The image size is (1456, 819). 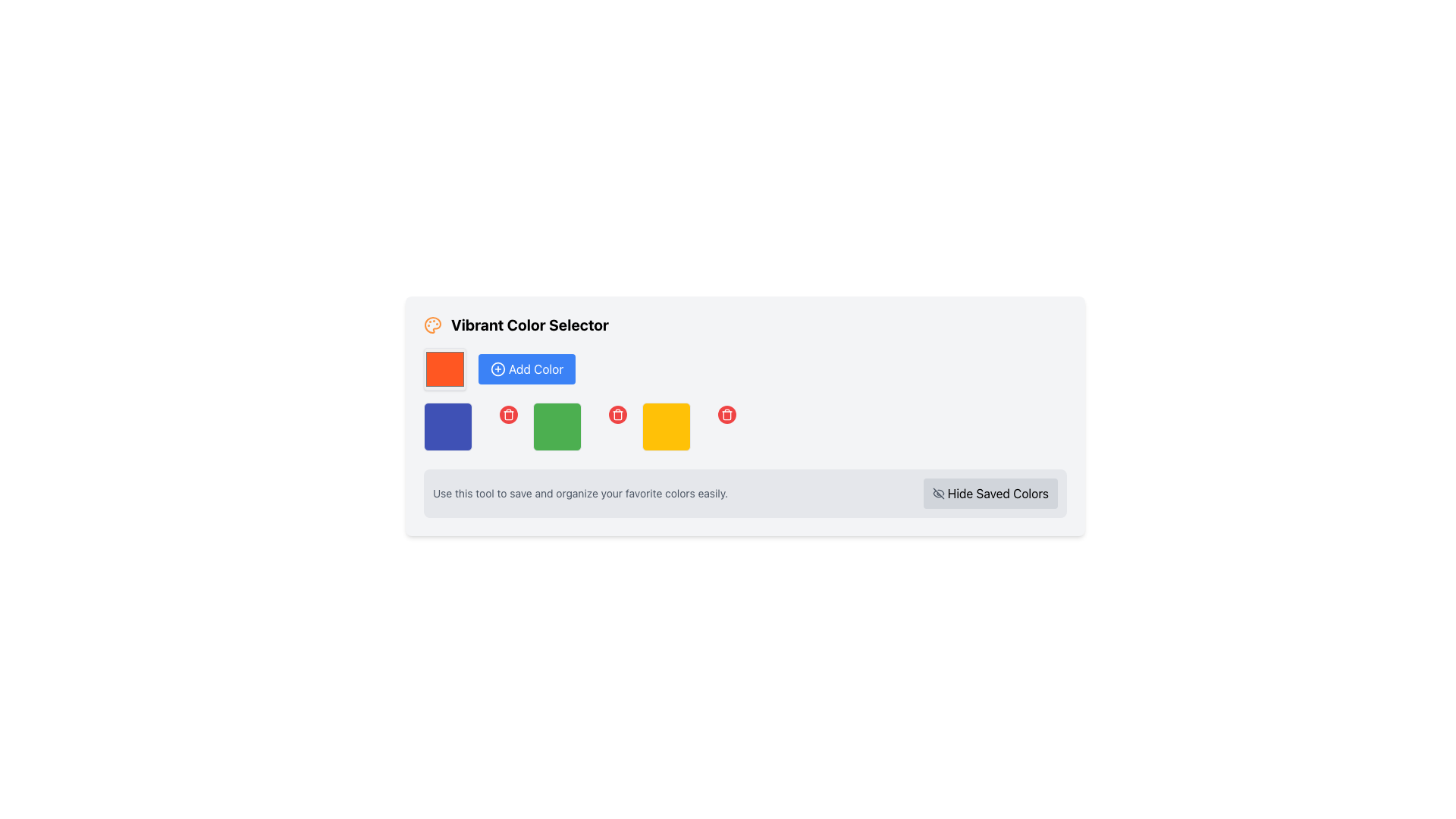 I want to click on the 'eye-off' icon element located in the top-right corner of the interface, which is used for toggling visibility or indicating a hidden state, so click(x=937, y=494).